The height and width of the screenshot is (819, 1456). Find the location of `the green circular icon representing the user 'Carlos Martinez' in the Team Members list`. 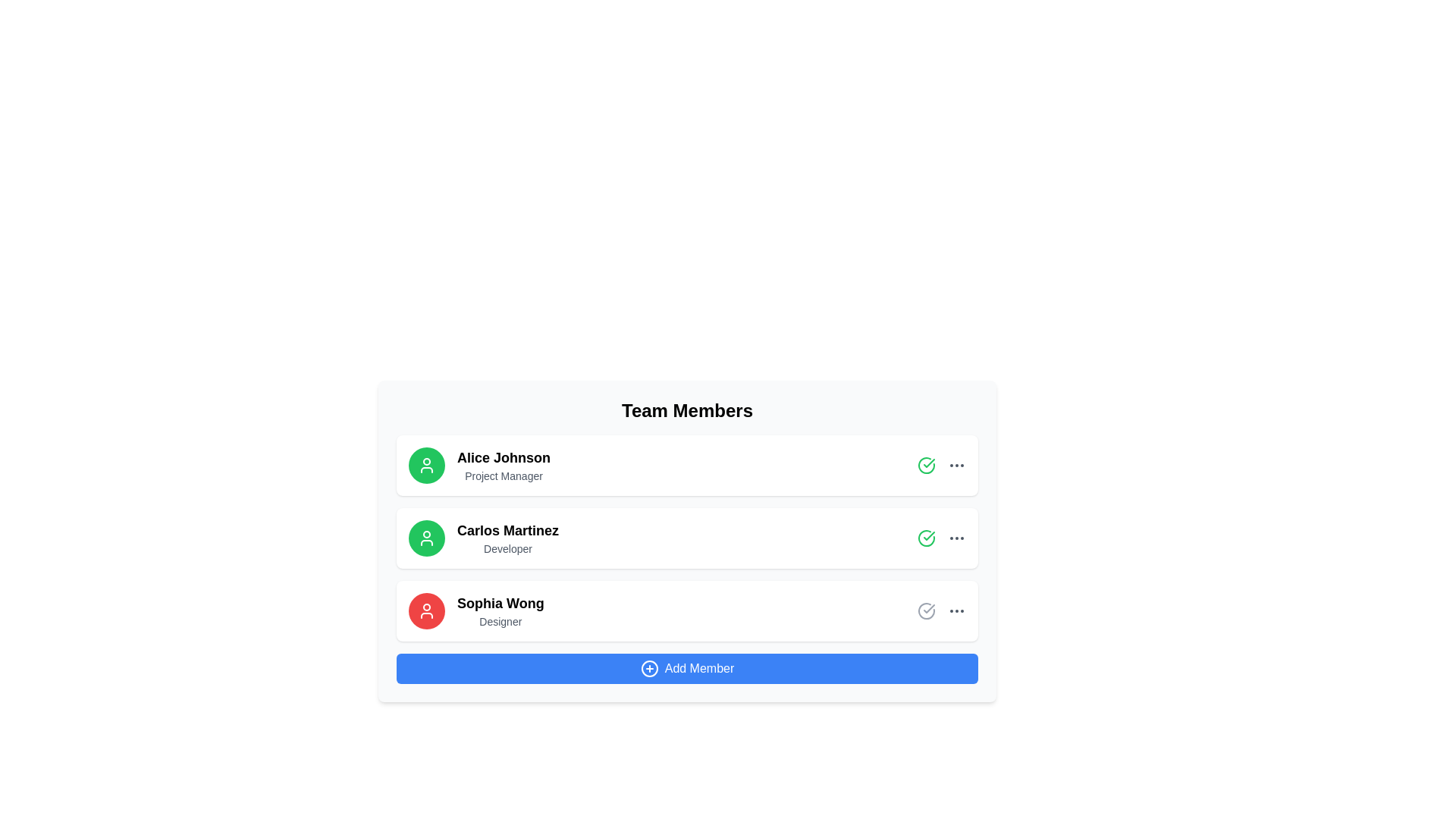

the green circular icon representing the user 'Carlos Martinez' in the Team Members list is located at coordinates (425, 537).